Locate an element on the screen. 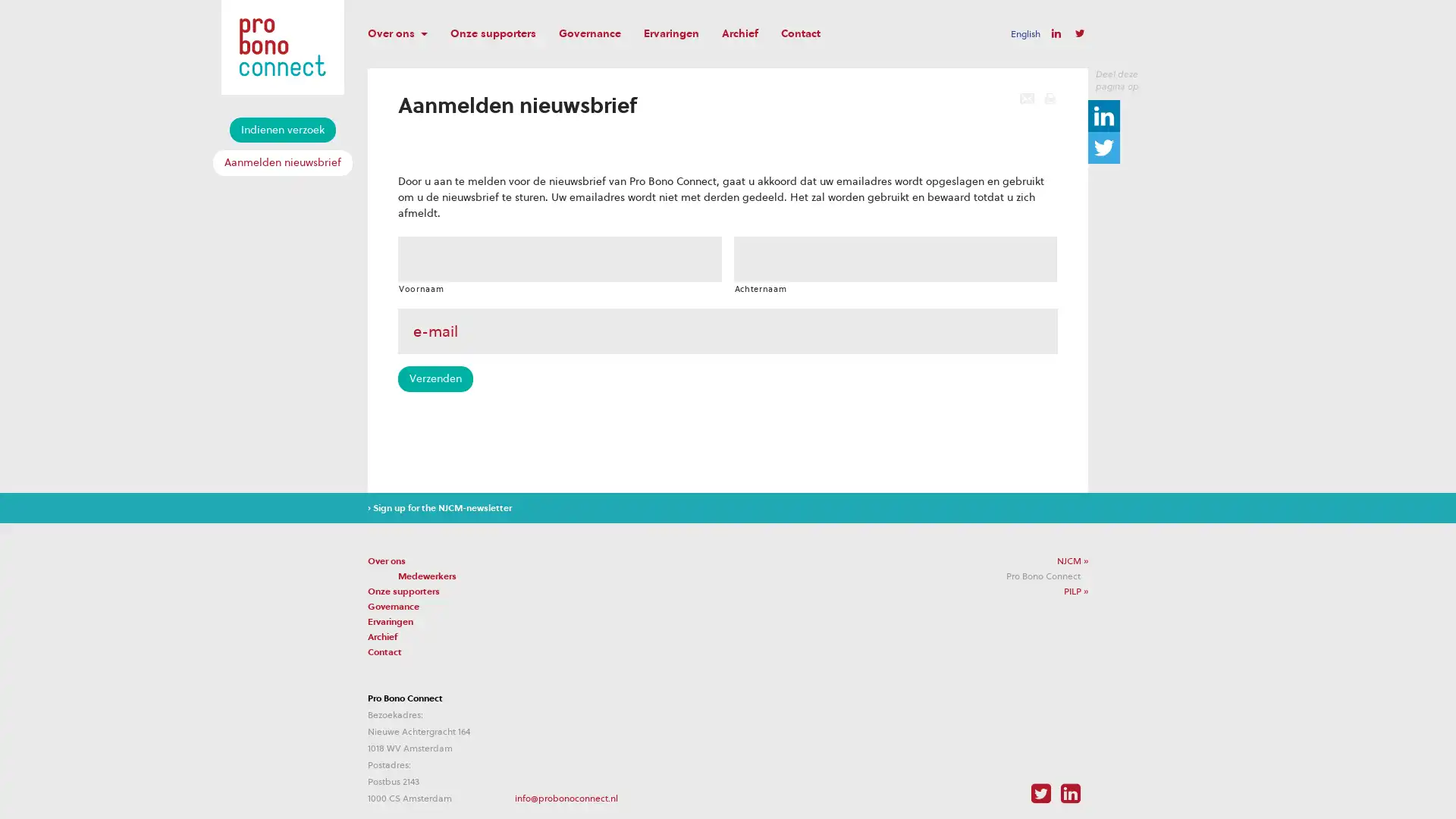  Verzenden is located at coordinates (435, 378).